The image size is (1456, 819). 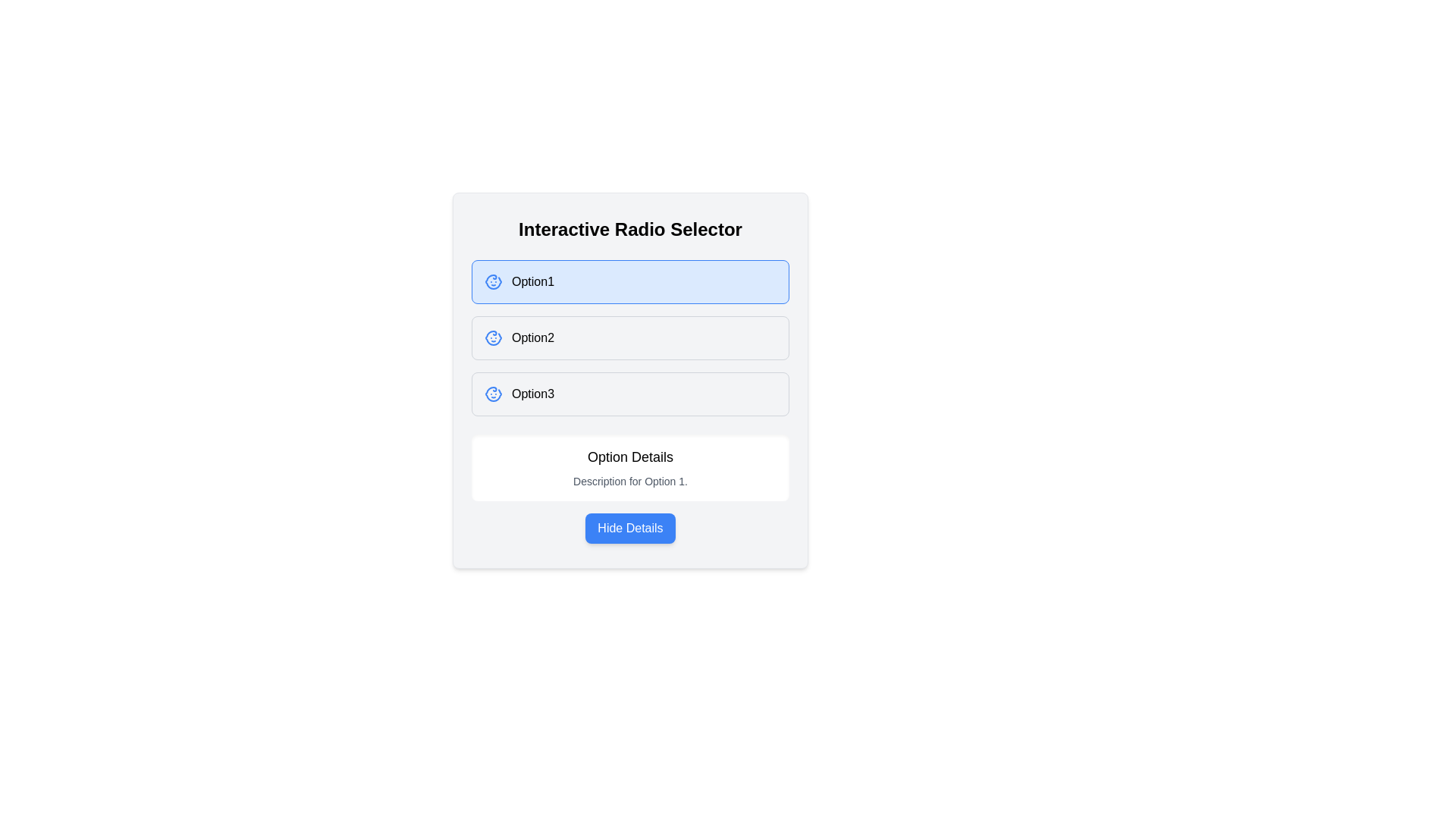 I want to click on the baby-themed icon located to the left of the 'Option3' button label, so click(x=494, y=394).